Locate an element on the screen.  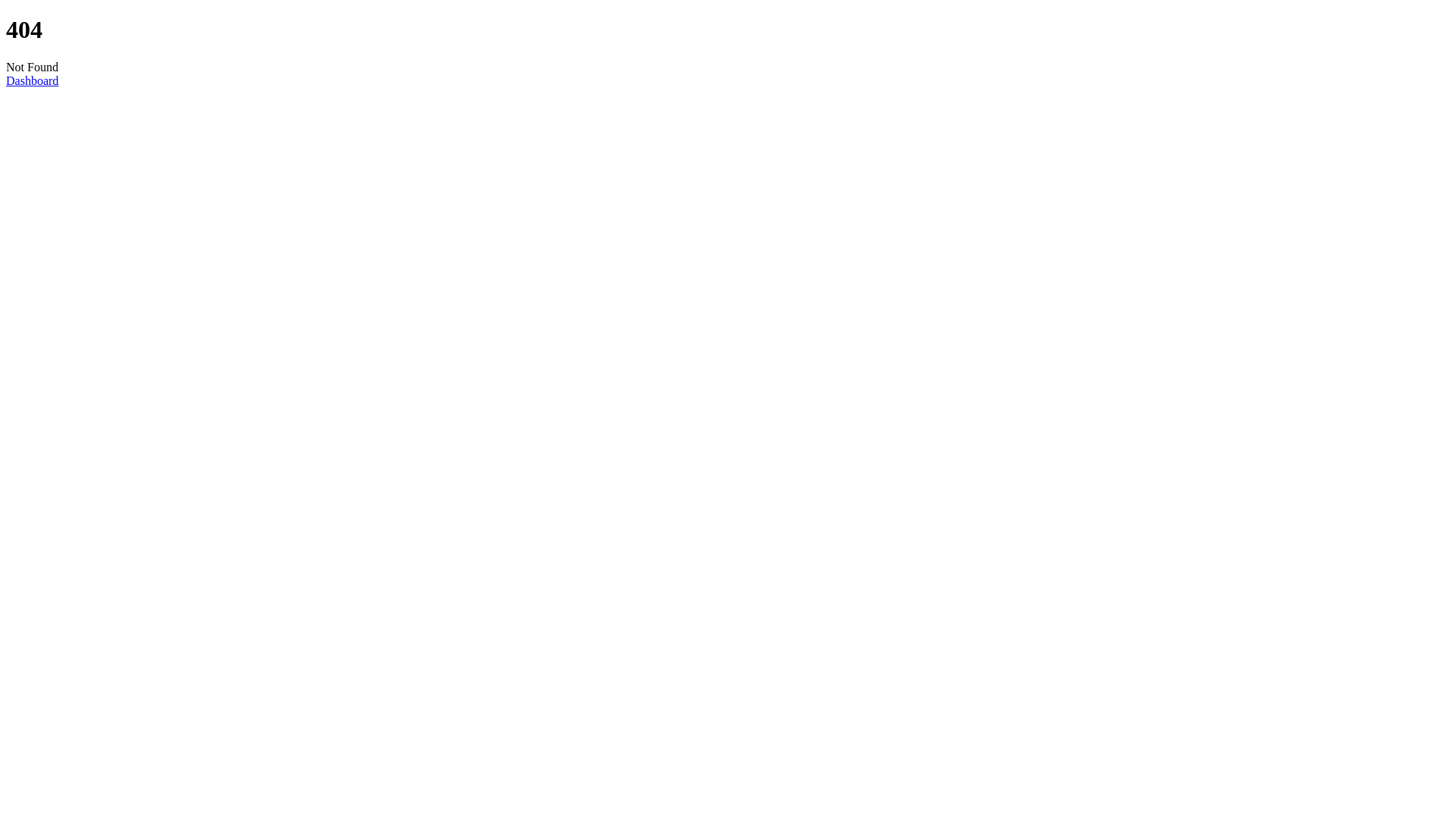
'Dashboard' is located at coordinates (32, 80).